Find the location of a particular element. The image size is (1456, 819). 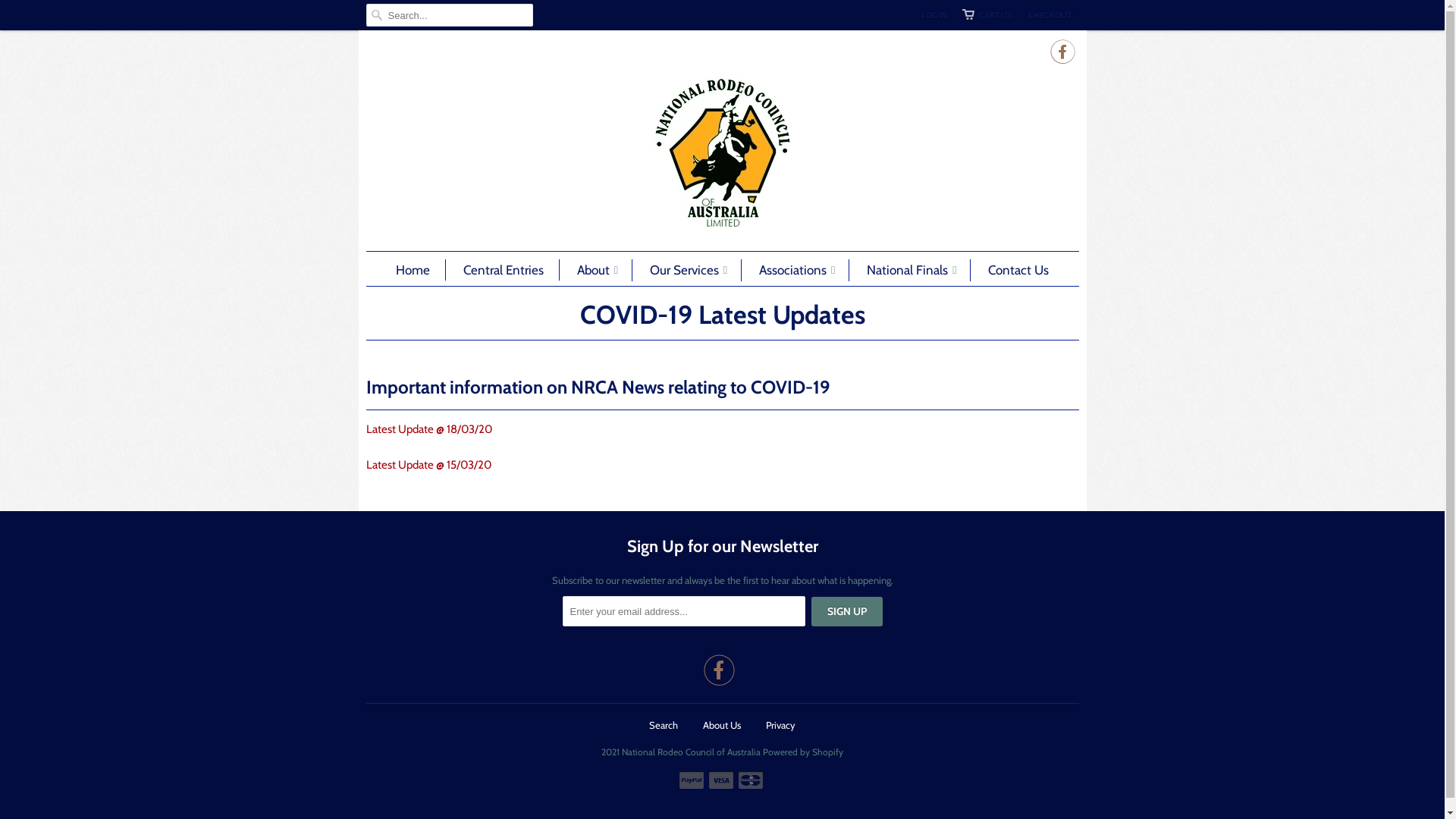

'Sign Up' is located at coordinates (811, 610).